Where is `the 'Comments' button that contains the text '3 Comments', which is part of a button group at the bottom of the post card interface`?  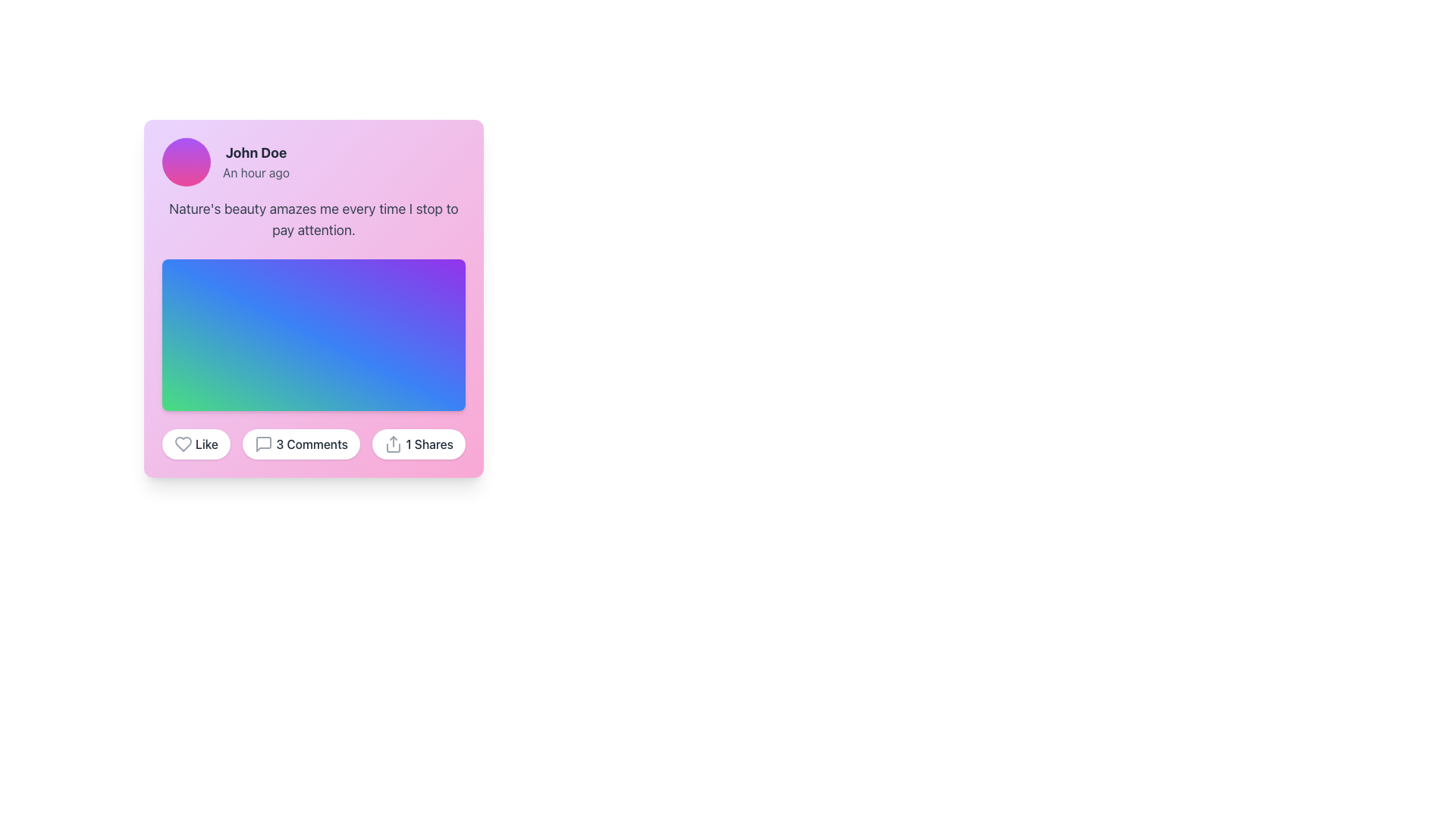 the 'Comments' button that contains the text '3 Comments', which is part of a button group at the bottom of the post card interface is located at coordinates (311, 444).